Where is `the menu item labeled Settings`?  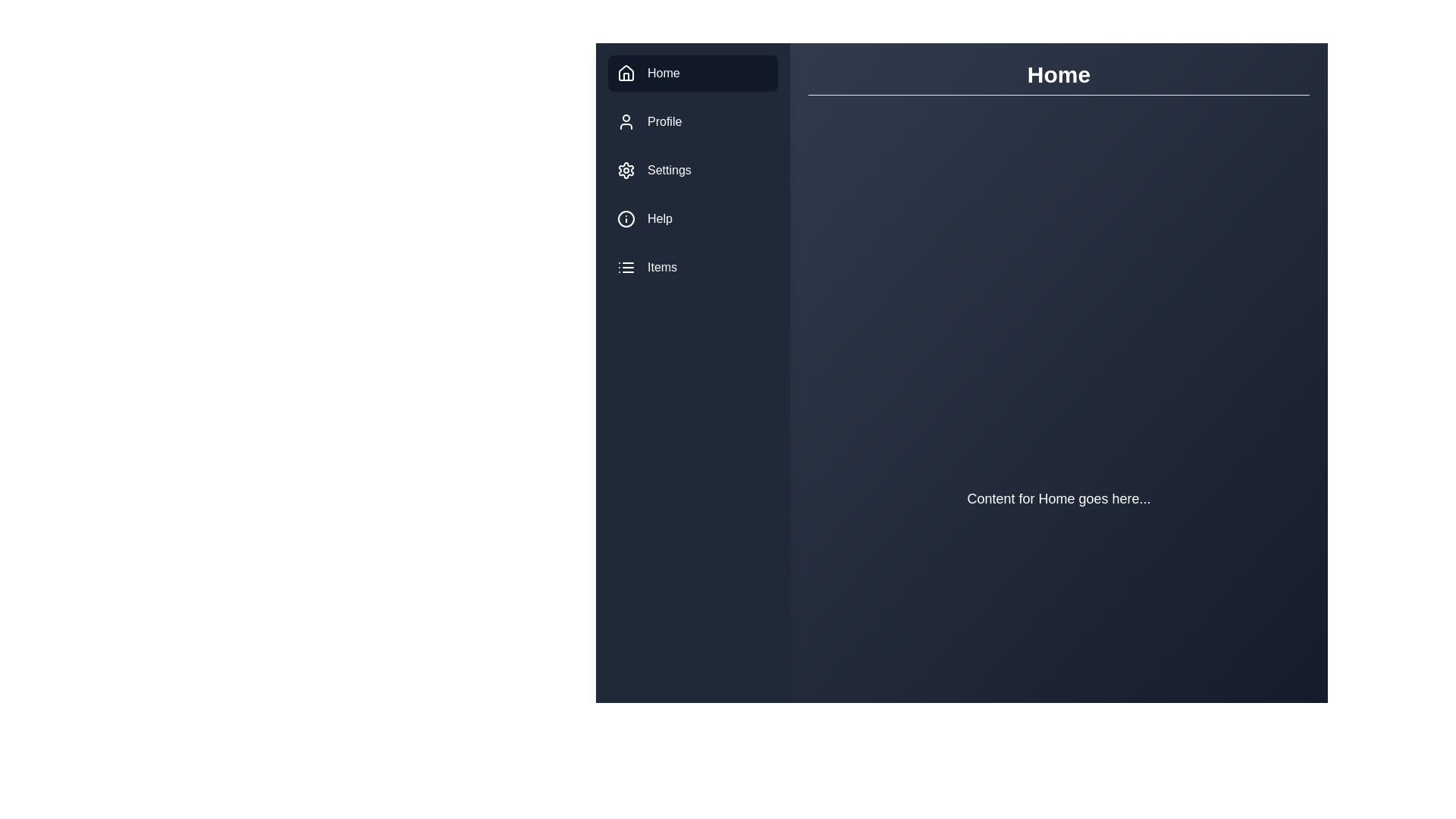
the menu item labeled Settings is located at coordinates (692, 170).